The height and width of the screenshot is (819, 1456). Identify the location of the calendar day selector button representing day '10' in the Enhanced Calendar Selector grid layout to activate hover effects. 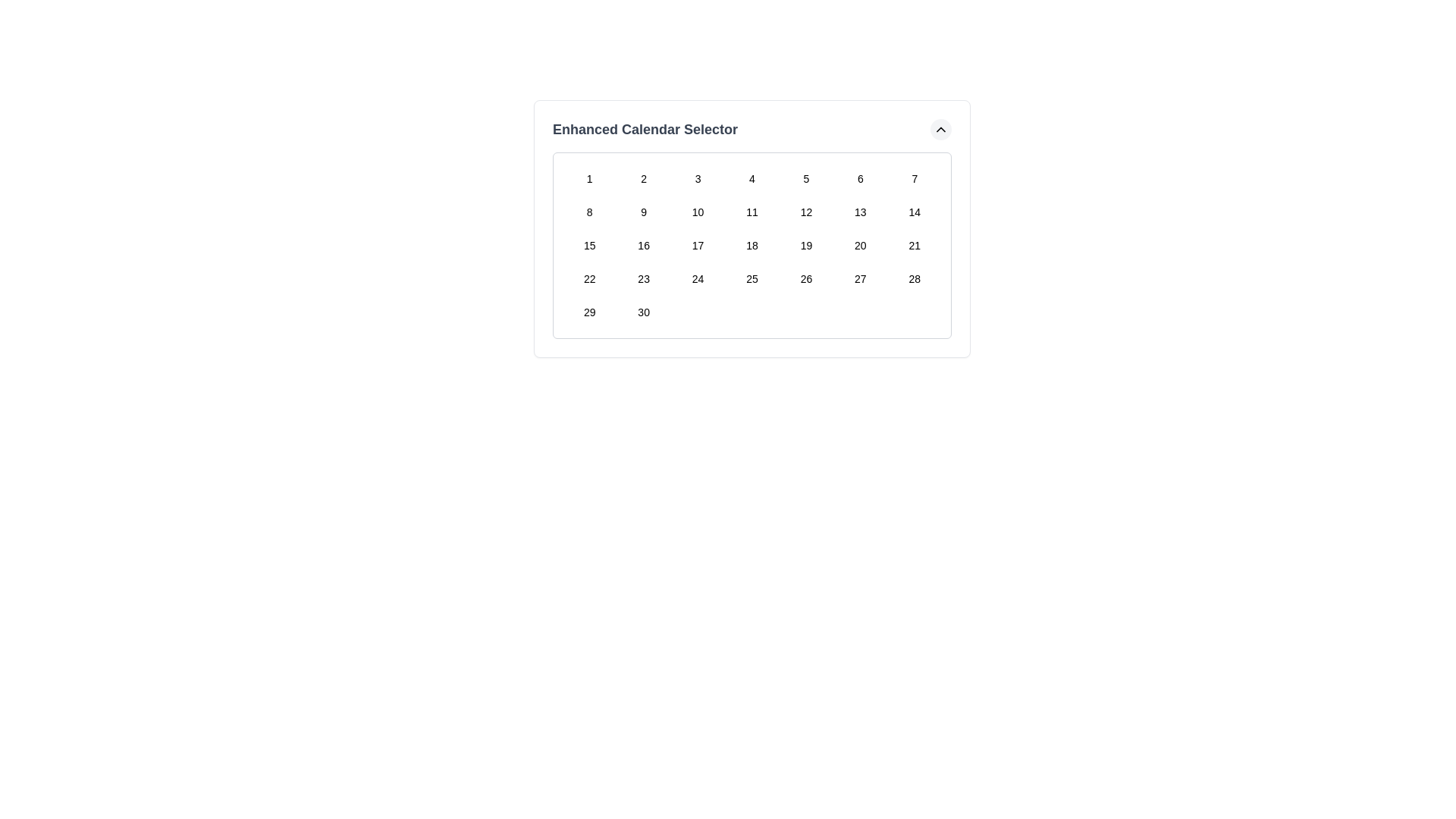
(697, 212).